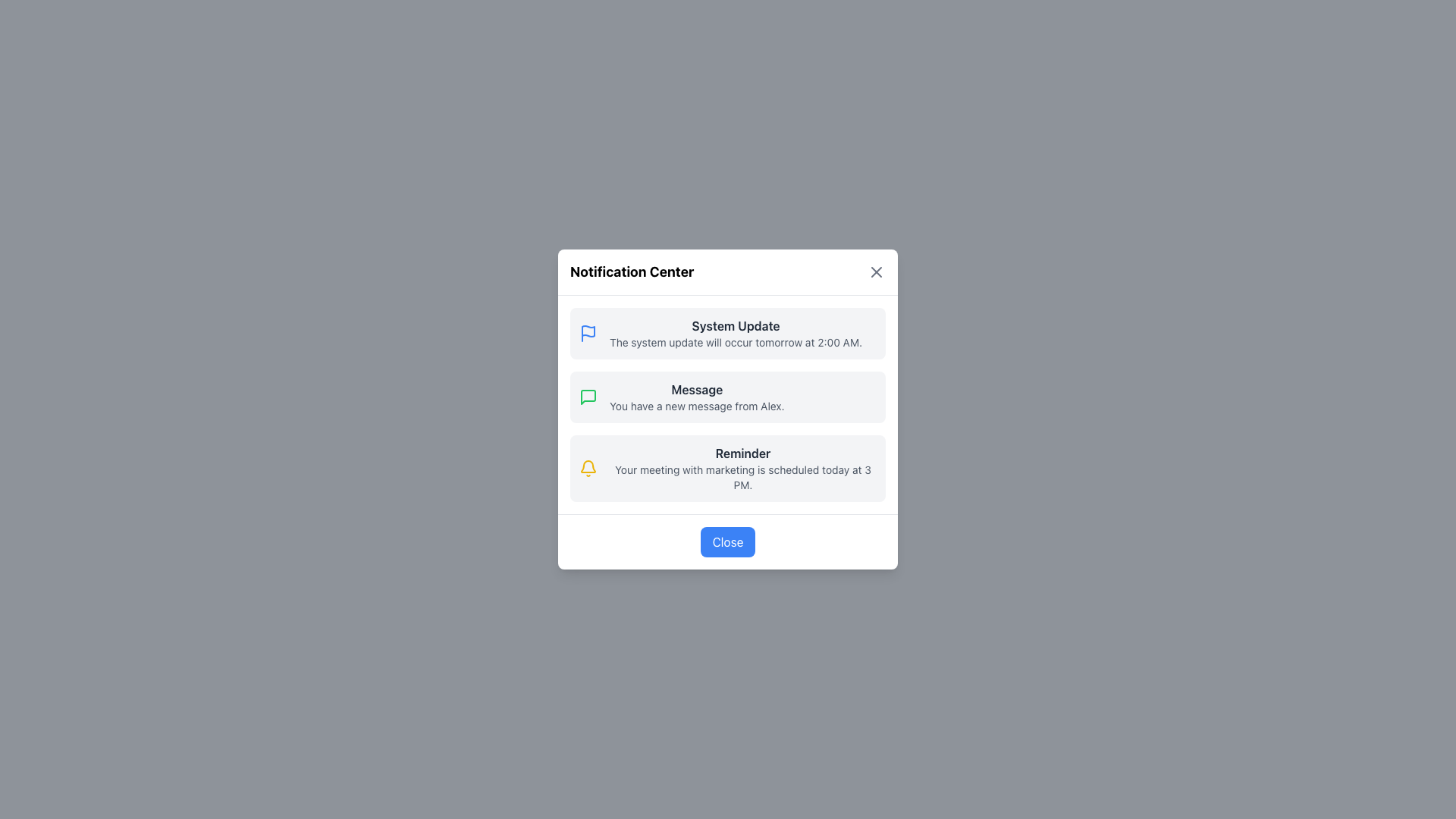 The width and height of the screenshot is (1456, 819). Describe the element at coordinates (877, 271) in the screenshot. I see `the close button located in the top-right corner of the 'Notification Center' modal` at that location.